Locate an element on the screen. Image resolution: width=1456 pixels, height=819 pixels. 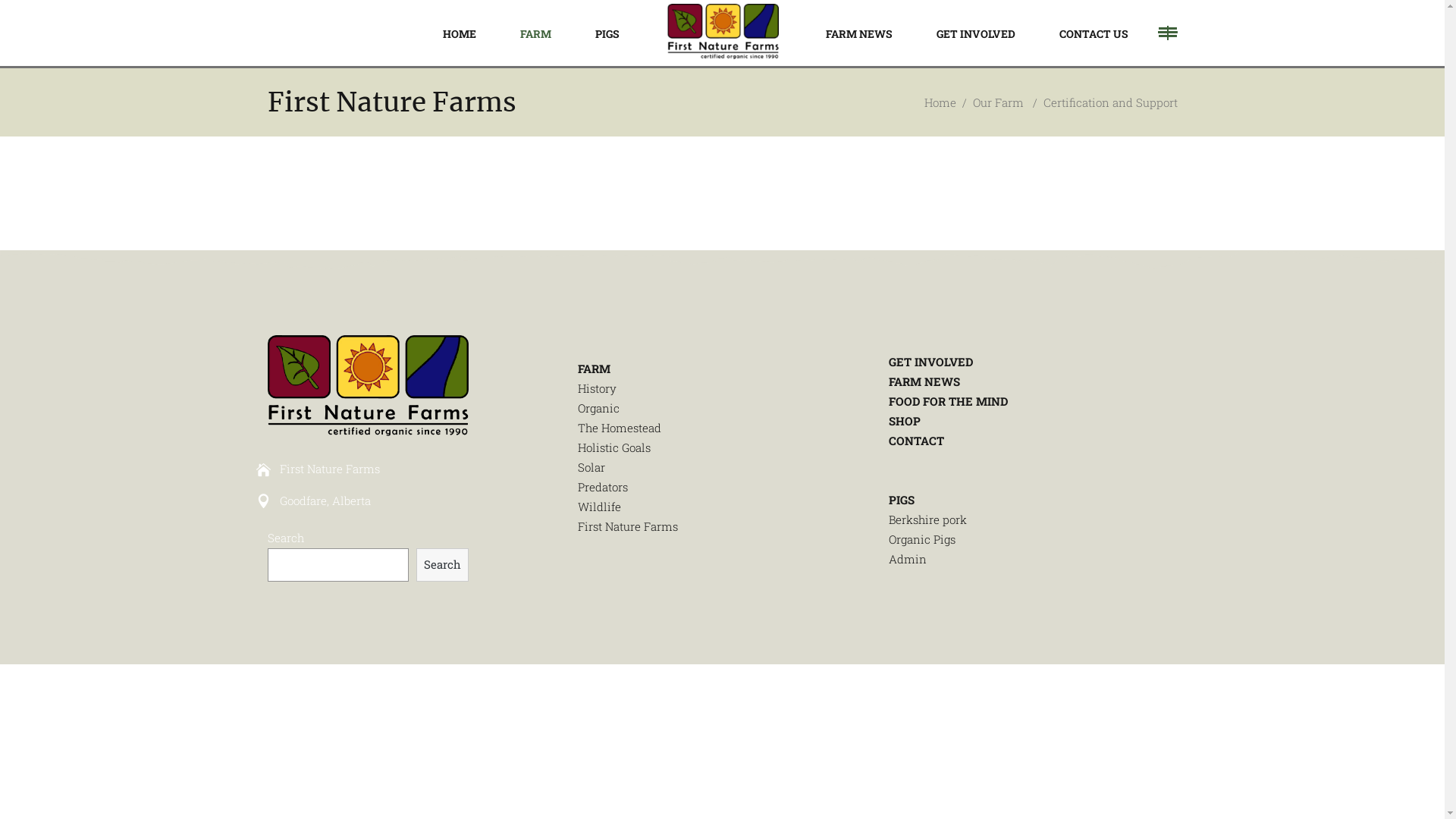
'The Homestead' is located at coordinates (619, 427).